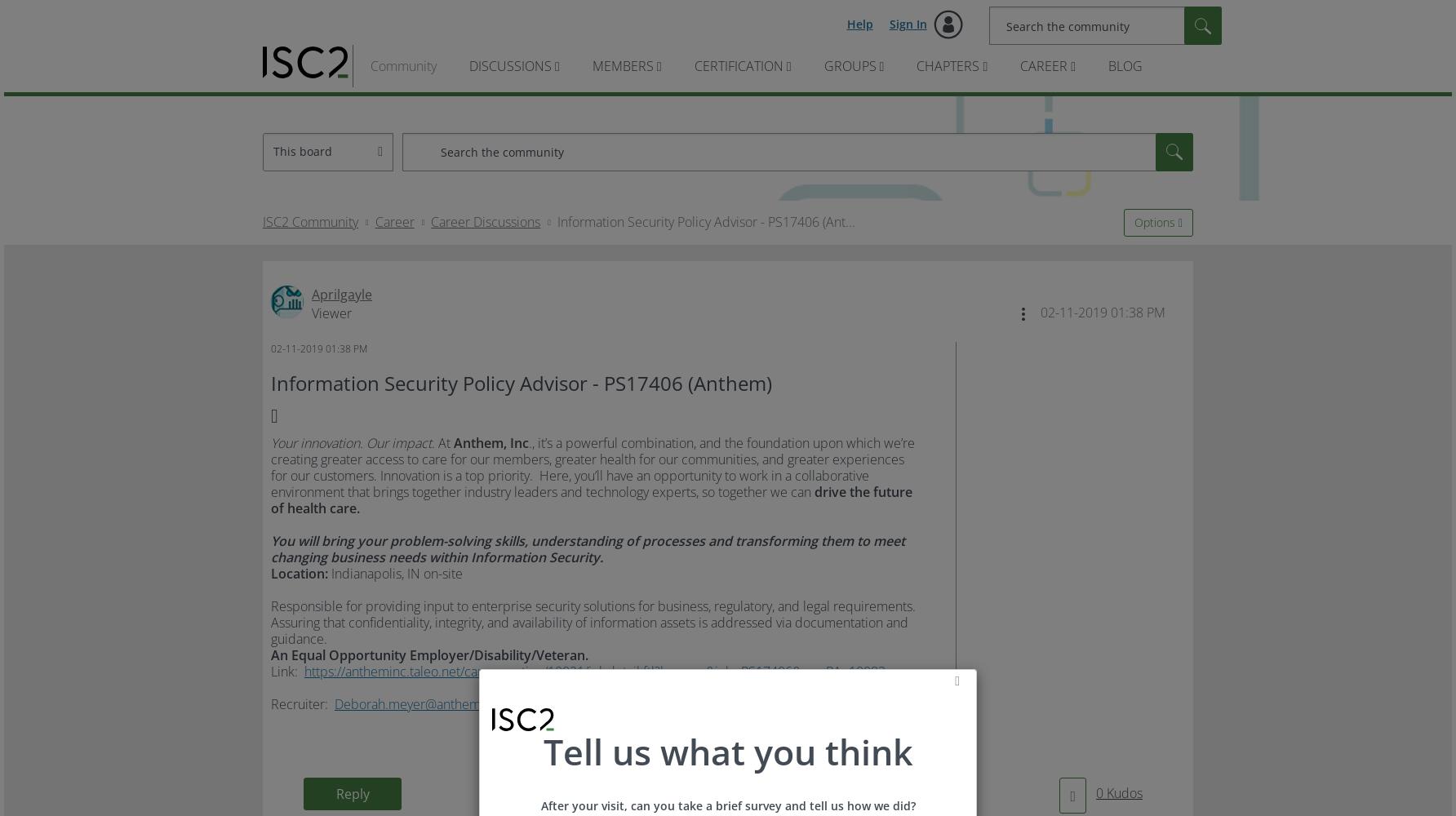 The image size is (1456, 816). Describe the element at coordinates (442, 443) in the screenshot. I see `'. At'` at that location.